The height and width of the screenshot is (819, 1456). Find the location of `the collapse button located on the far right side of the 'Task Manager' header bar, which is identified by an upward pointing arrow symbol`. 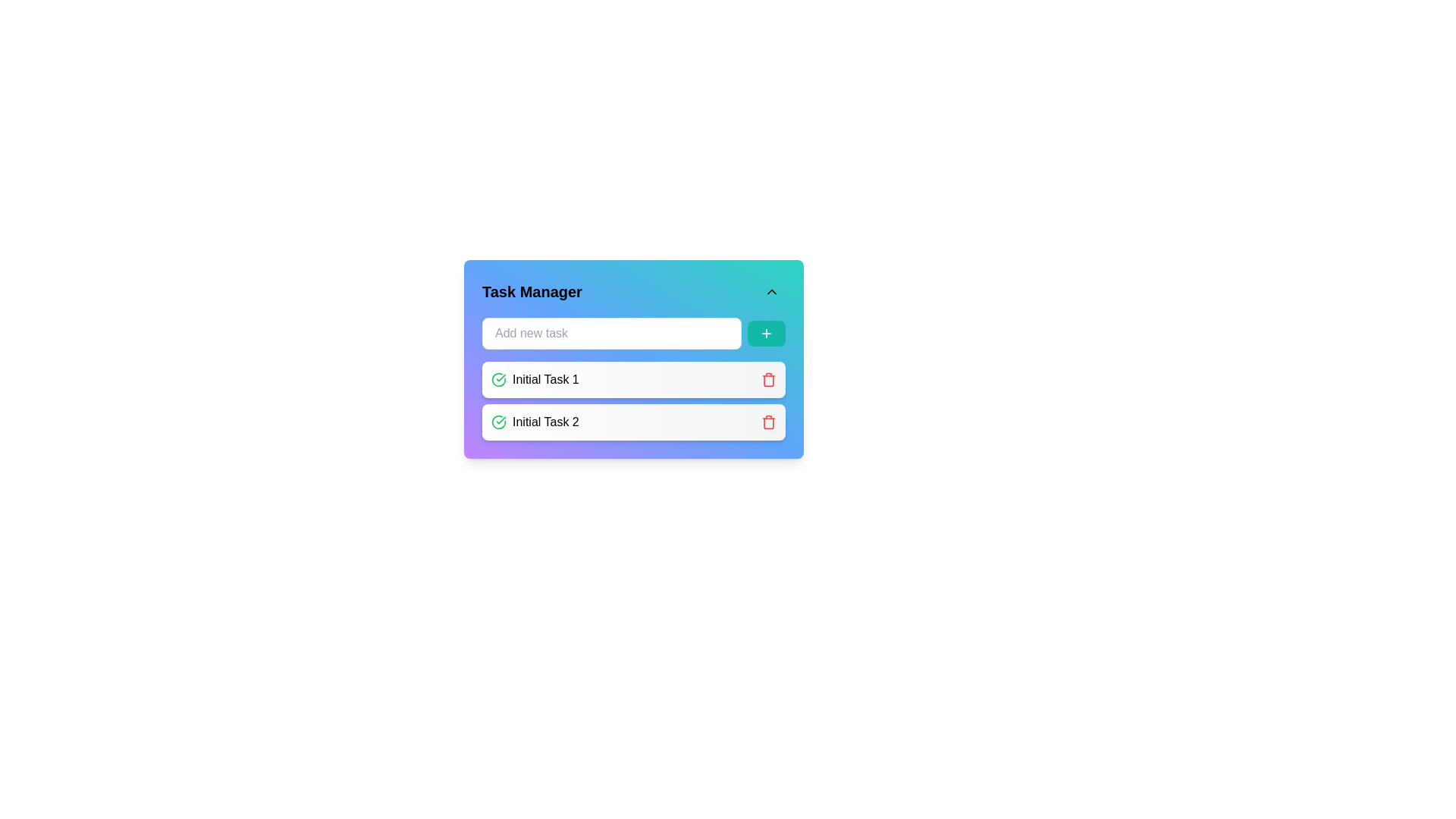

the collapse button located on the far right side of the 'Task Manager' header bar, which is identified by an upward pointing arrow symbol is located at coordinates (771, 292).